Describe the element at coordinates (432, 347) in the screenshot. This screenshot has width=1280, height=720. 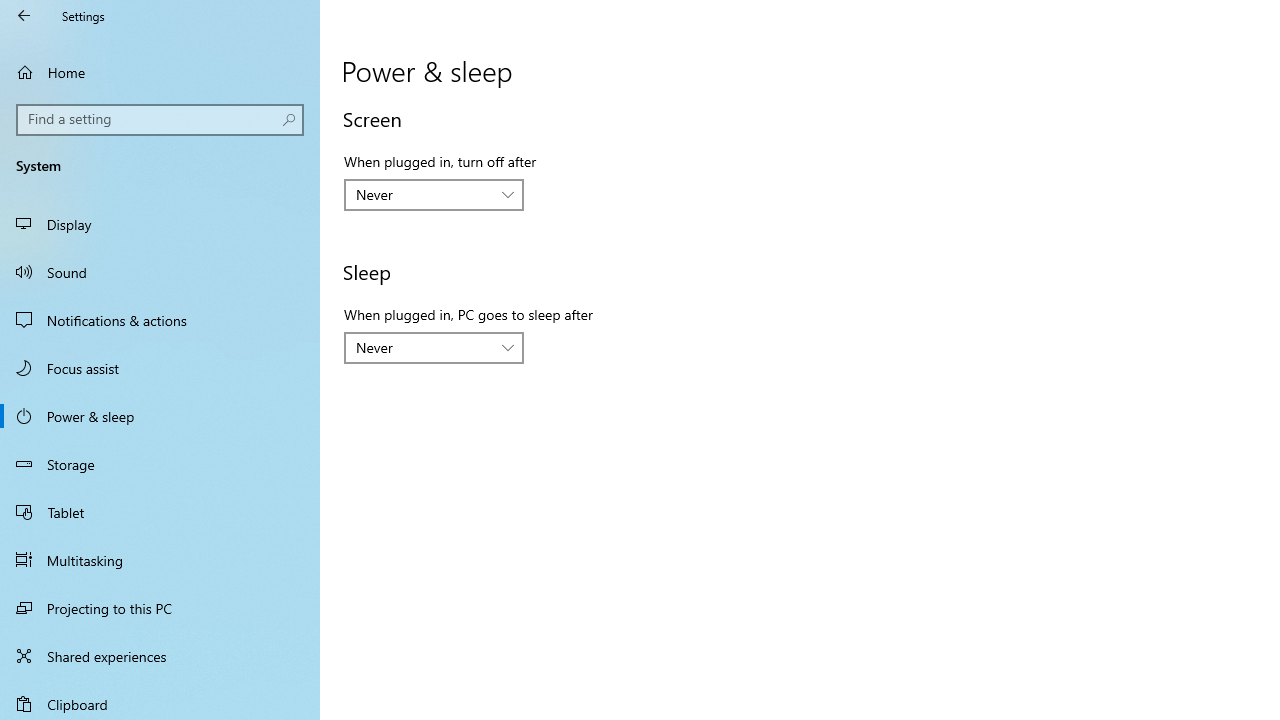
I see `'When plugged in, PC goes to sleep after'` at that location.